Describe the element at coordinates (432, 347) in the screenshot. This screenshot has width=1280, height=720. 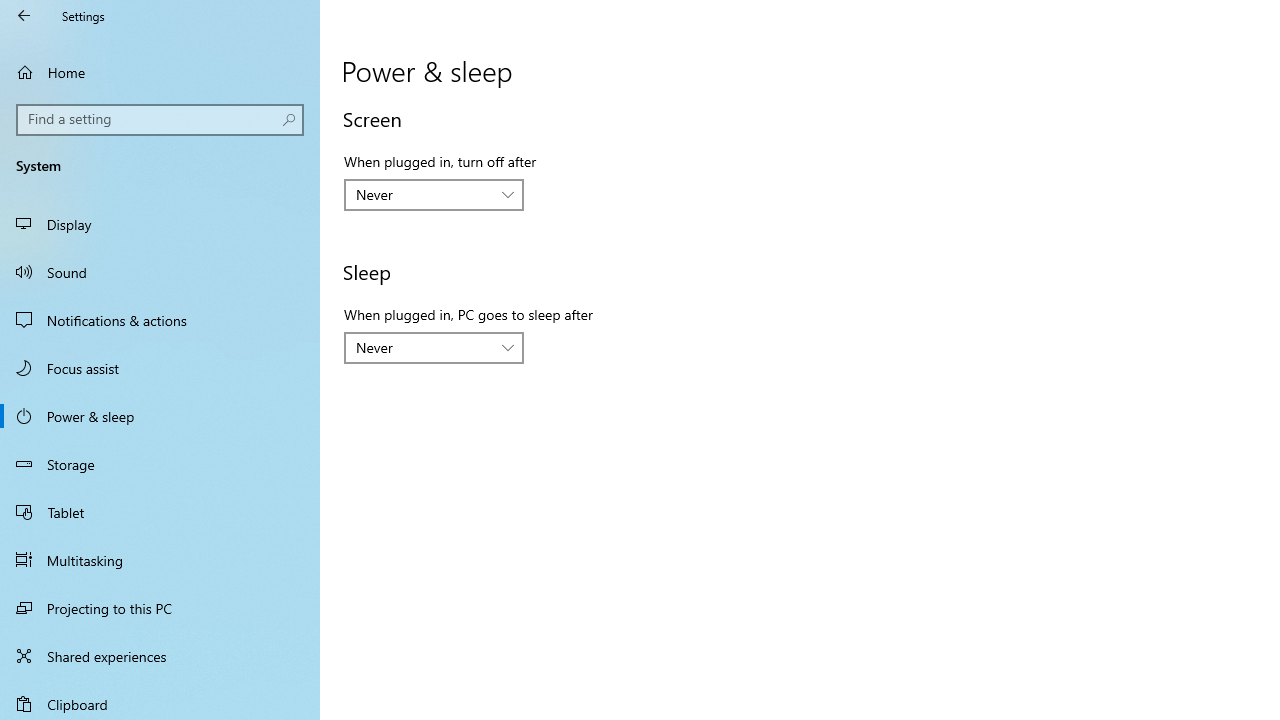
I see `'When plugged in, PC goes to sleep after'` at that location.